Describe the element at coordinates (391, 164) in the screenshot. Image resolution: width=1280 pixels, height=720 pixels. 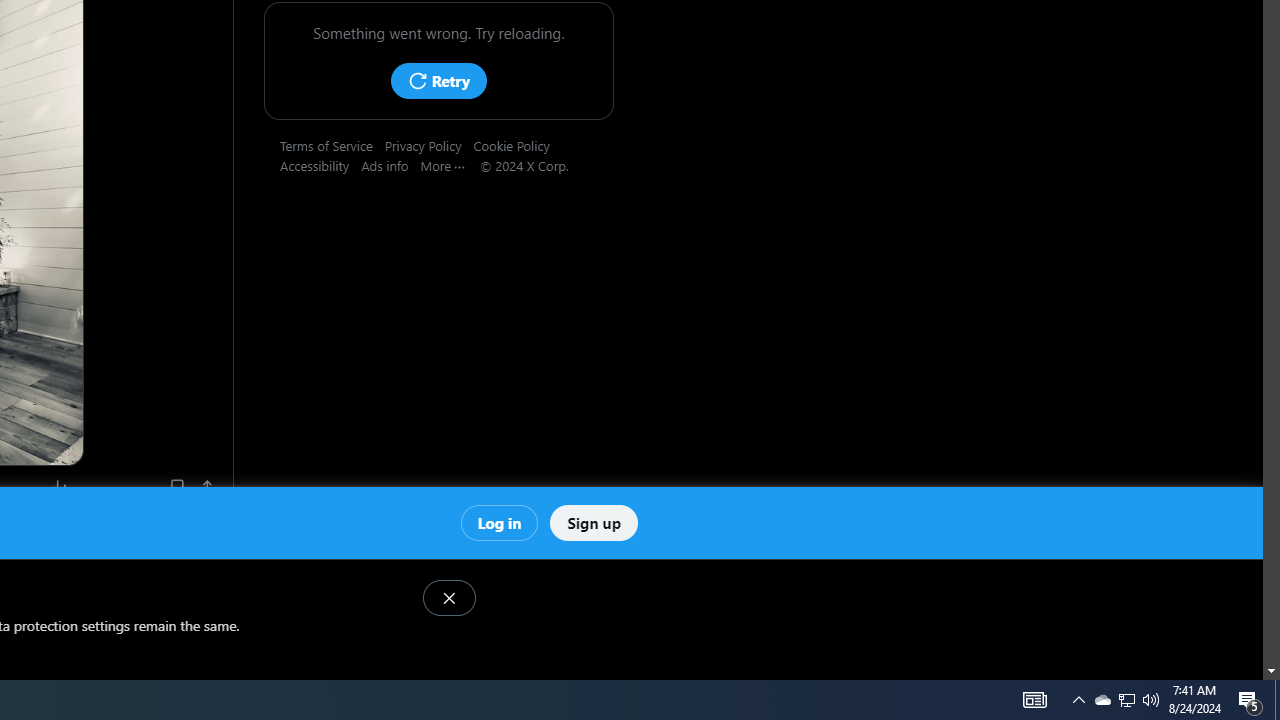
I see `'Ads info'` at that location.